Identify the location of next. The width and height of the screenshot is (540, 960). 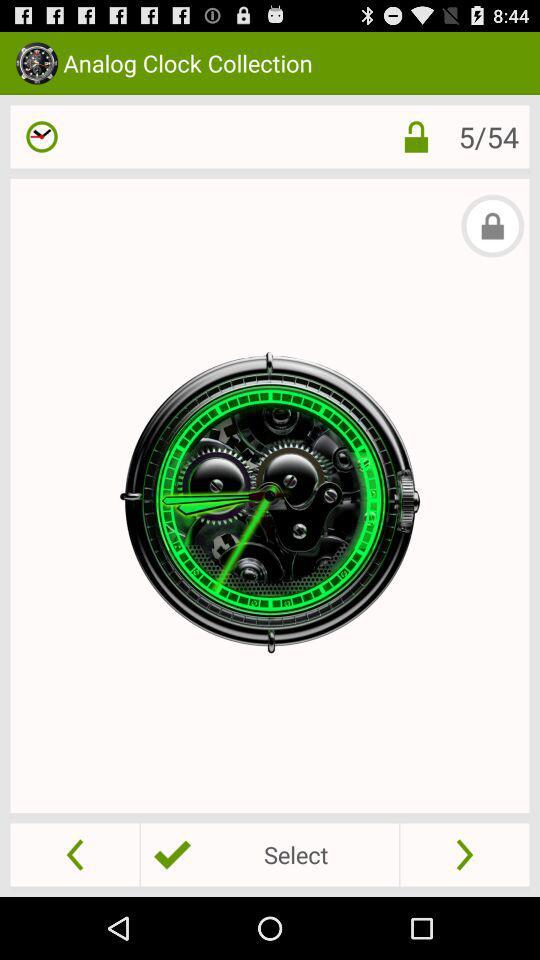
(464, 853).